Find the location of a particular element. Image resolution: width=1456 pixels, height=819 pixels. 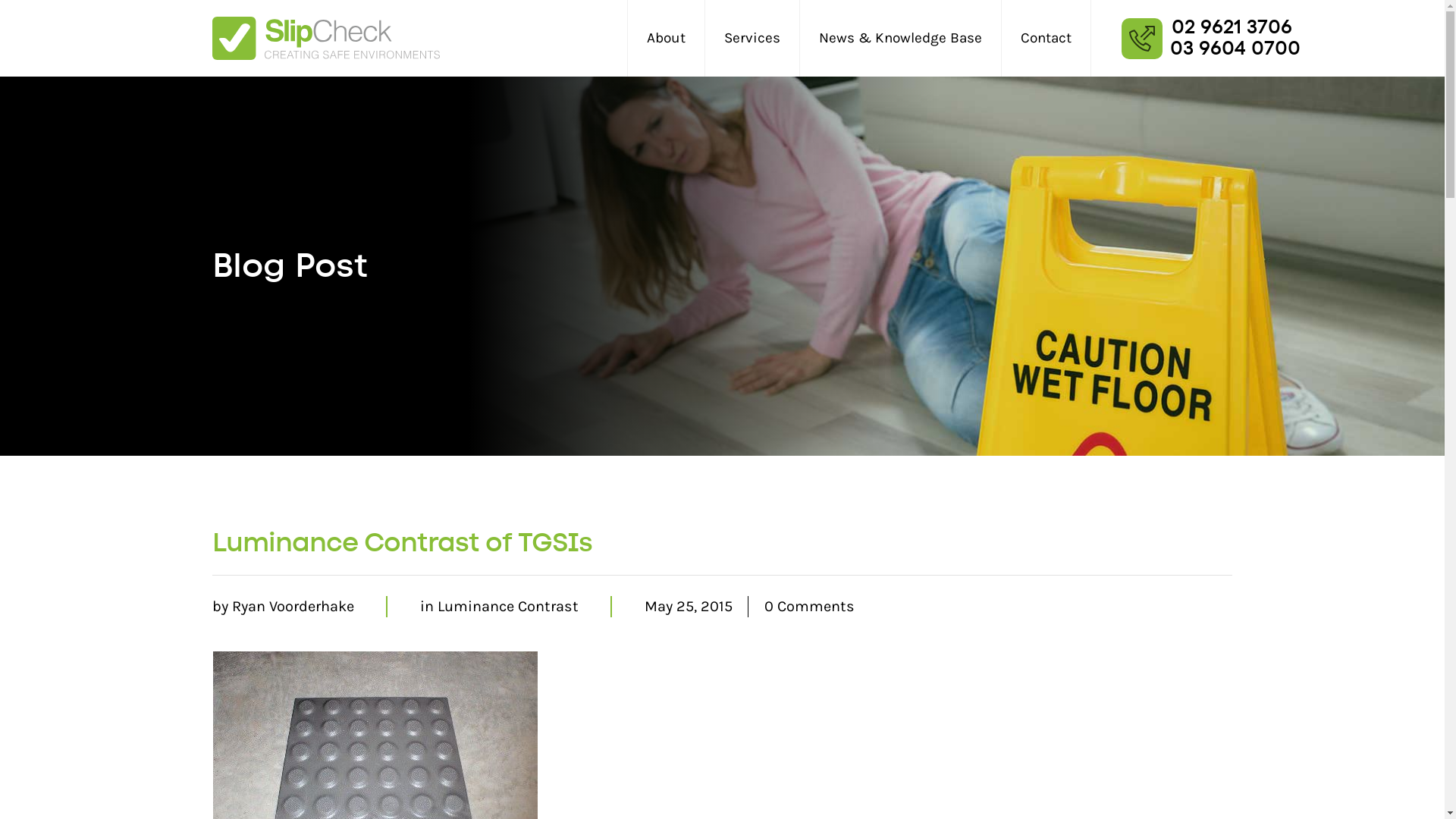

'by Ryan Voorderhake' is located at coordinates (283, 606).